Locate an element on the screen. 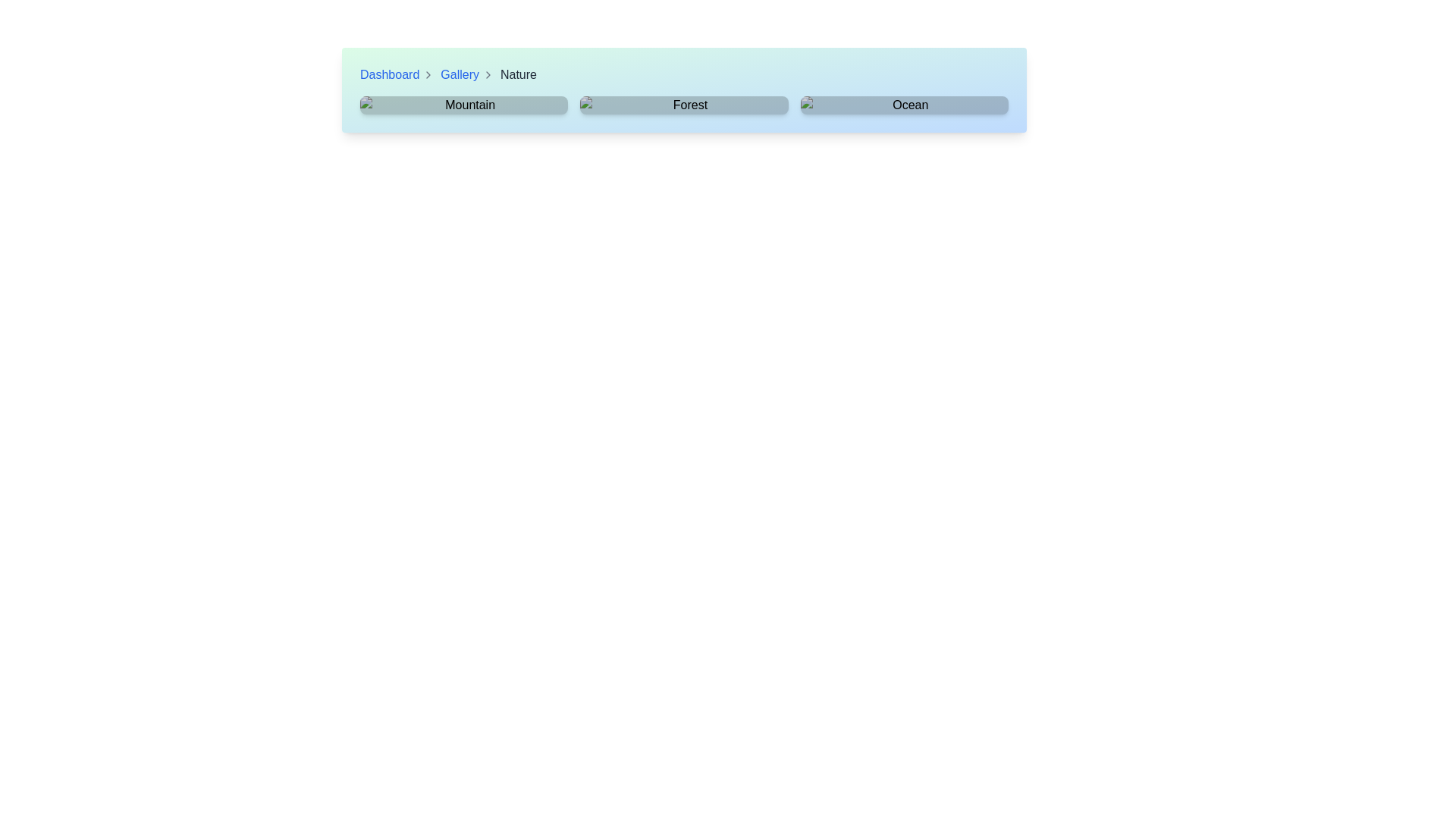 This screenshot has width=1456, height=819. the 'Gallery' hyperlink in the breadcrumb navigation is located at coordinates (459, 75).